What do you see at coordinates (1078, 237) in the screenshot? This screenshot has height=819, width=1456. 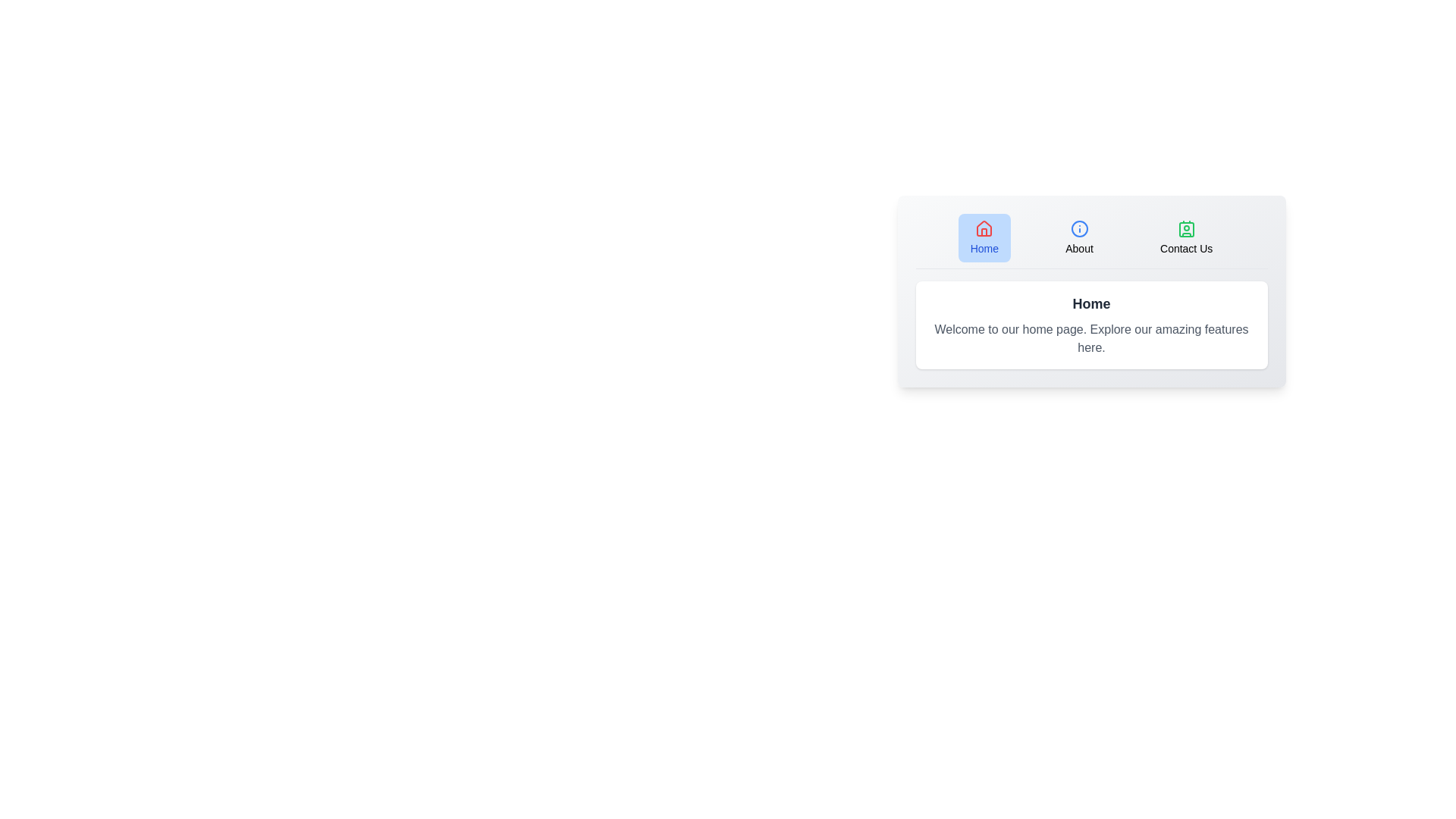 I see `the tab titled 'About' to observe the styling change` at bounding box center [1078, 237].